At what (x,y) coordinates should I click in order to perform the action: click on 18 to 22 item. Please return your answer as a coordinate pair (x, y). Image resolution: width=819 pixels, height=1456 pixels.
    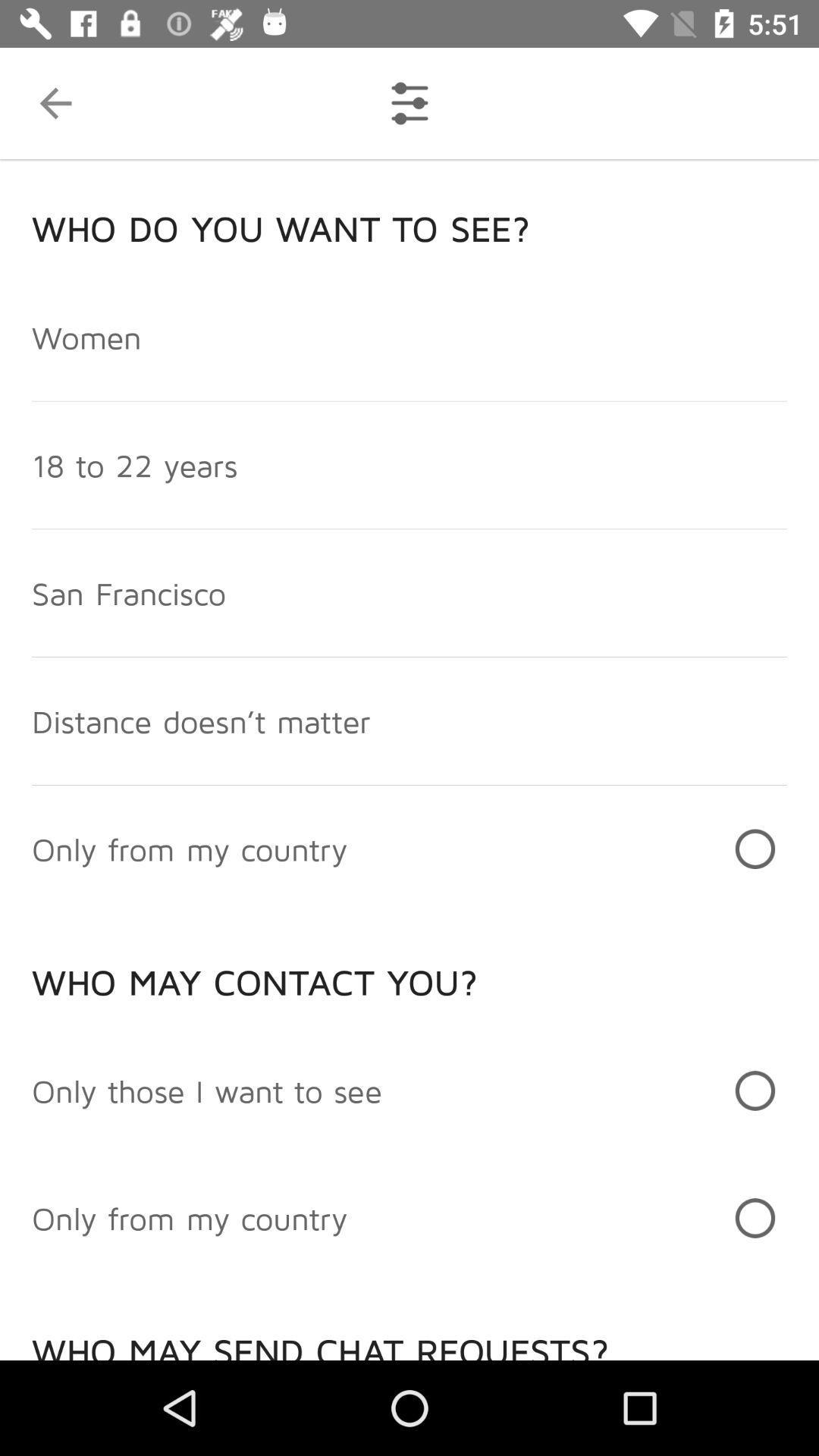
    Looking at the image, I should click on (133, 464).